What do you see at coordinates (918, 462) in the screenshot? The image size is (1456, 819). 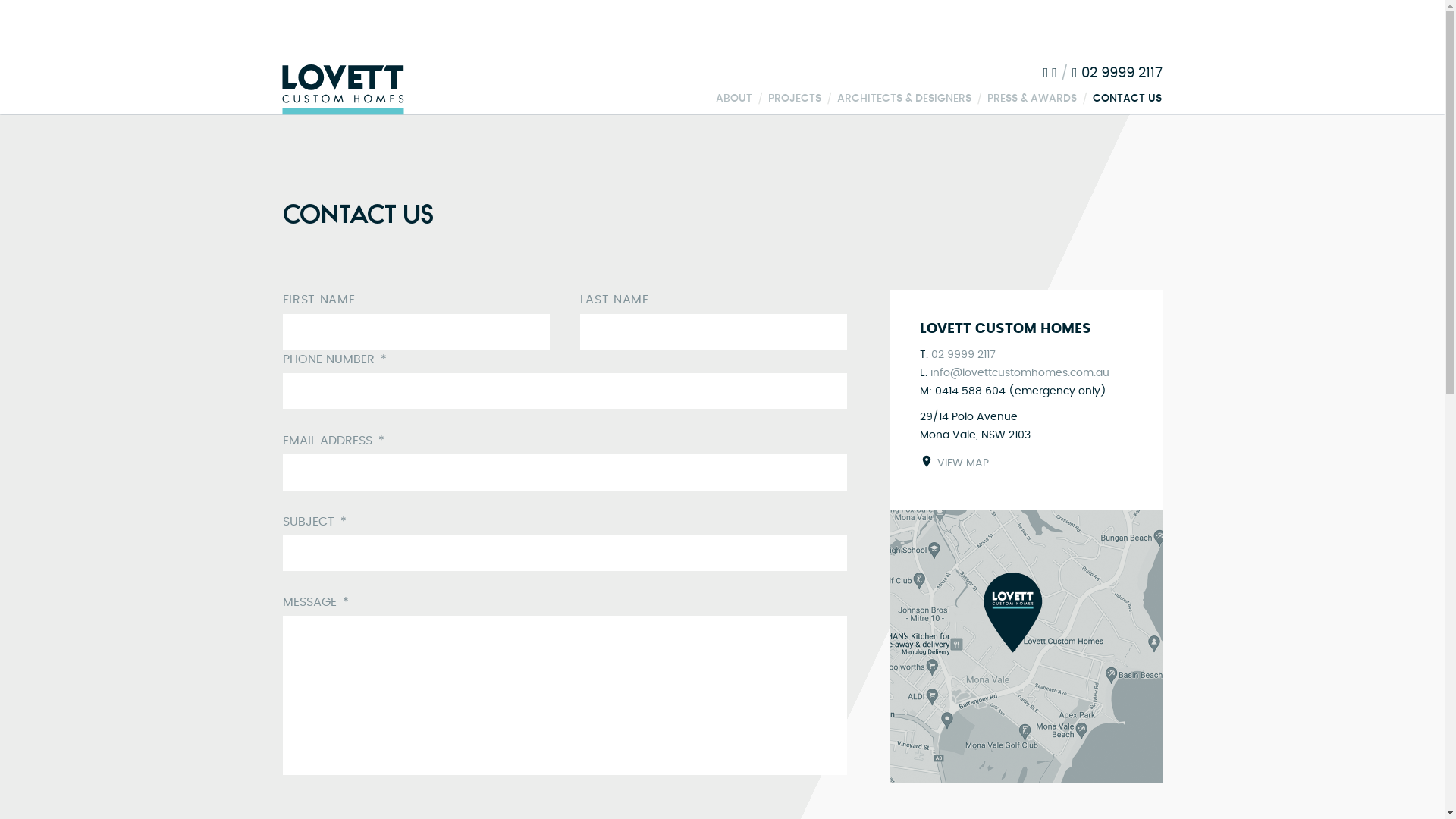 I see `'VIEW MAP'` at bounding box center [918, 462].